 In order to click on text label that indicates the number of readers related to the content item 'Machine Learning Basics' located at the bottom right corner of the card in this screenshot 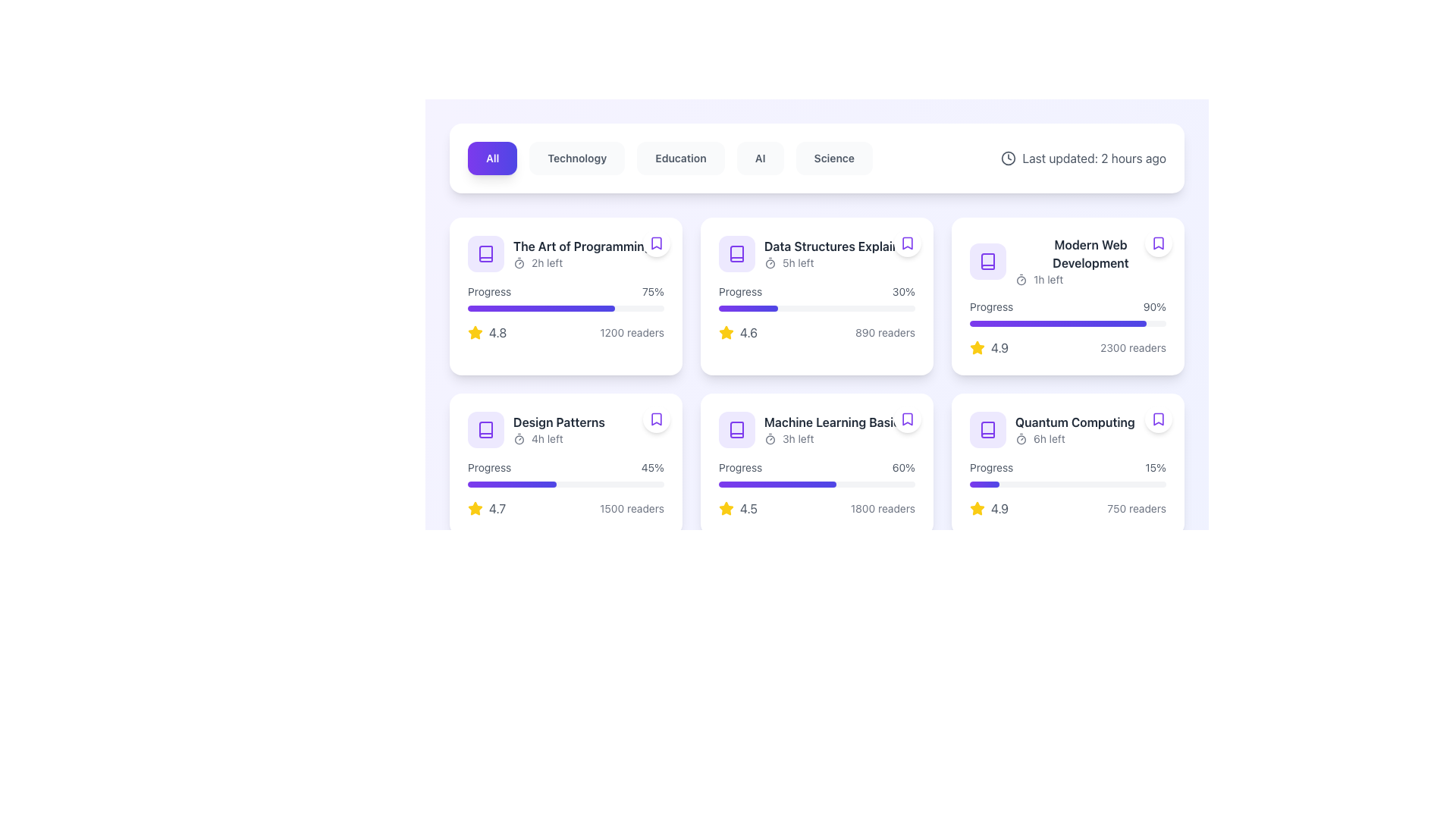, I will do `click(883, 509)`.